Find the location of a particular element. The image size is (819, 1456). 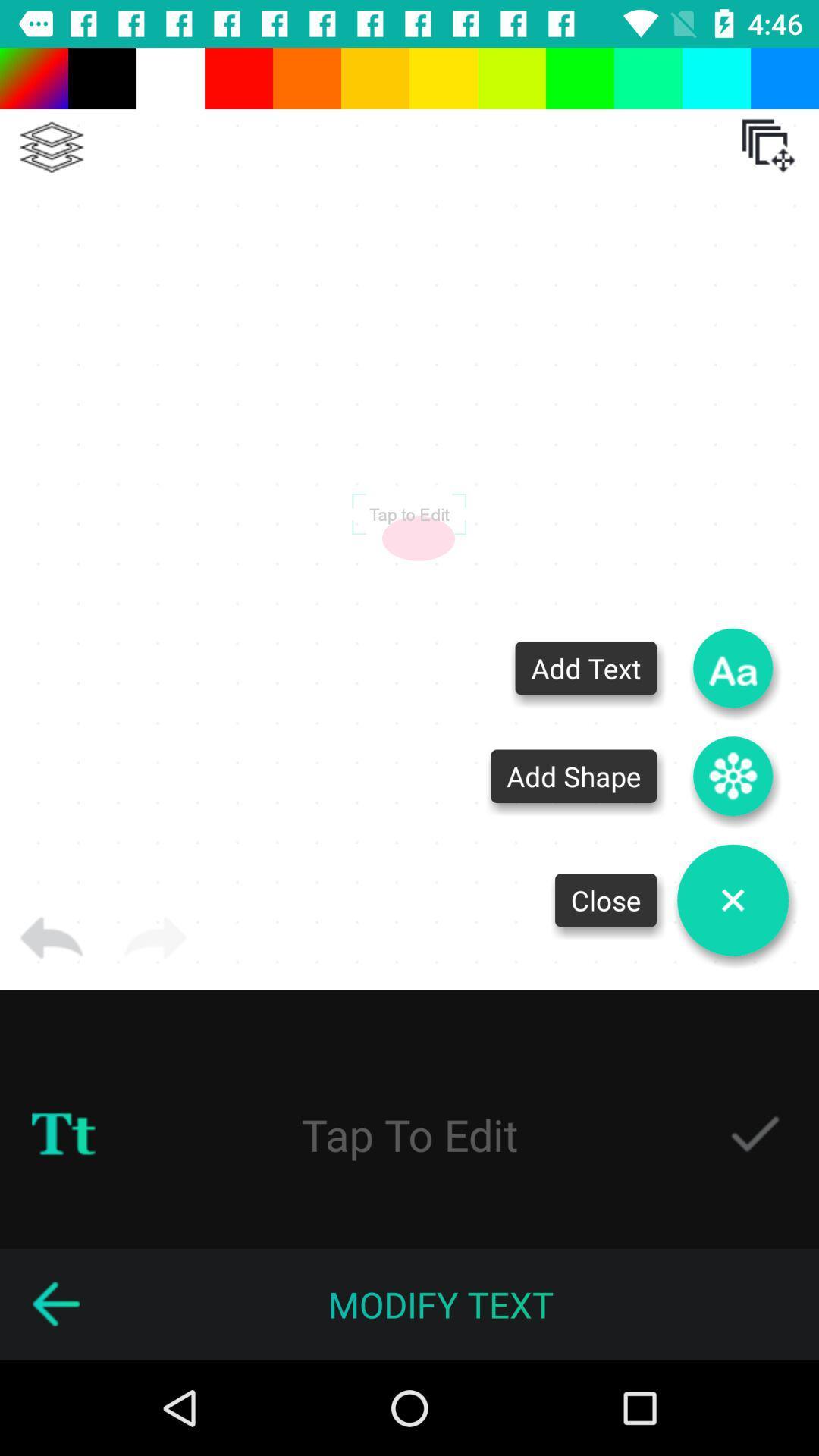

the arrow_backward icon is located at coordinates (55, 1304).